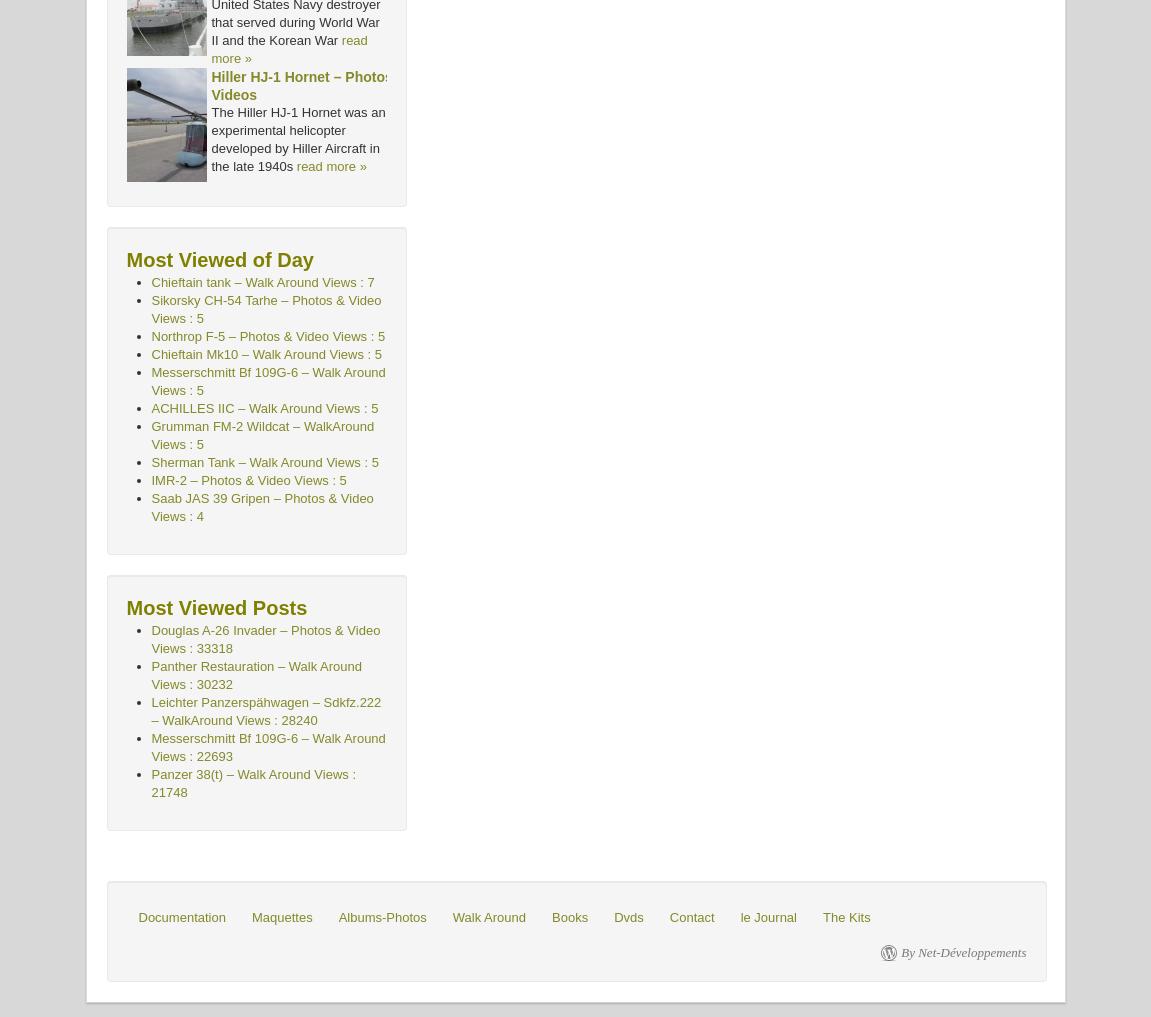 This screenshot has height=1017, width=1151. What do you see at coordinates (265, 639) in the screenshot?
I see `'Douglas A-26 Invader – Photos & Video Views : 33318'` at bounding box center [265, 639].